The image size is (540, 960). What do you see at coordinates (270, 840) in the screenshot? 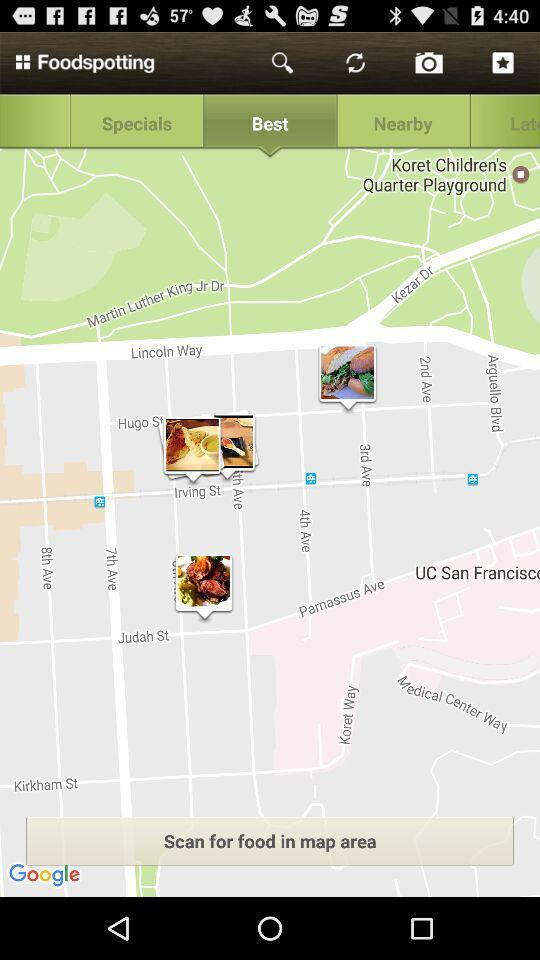
I see `the icon at the bottom` at bounding box center [270, 840].